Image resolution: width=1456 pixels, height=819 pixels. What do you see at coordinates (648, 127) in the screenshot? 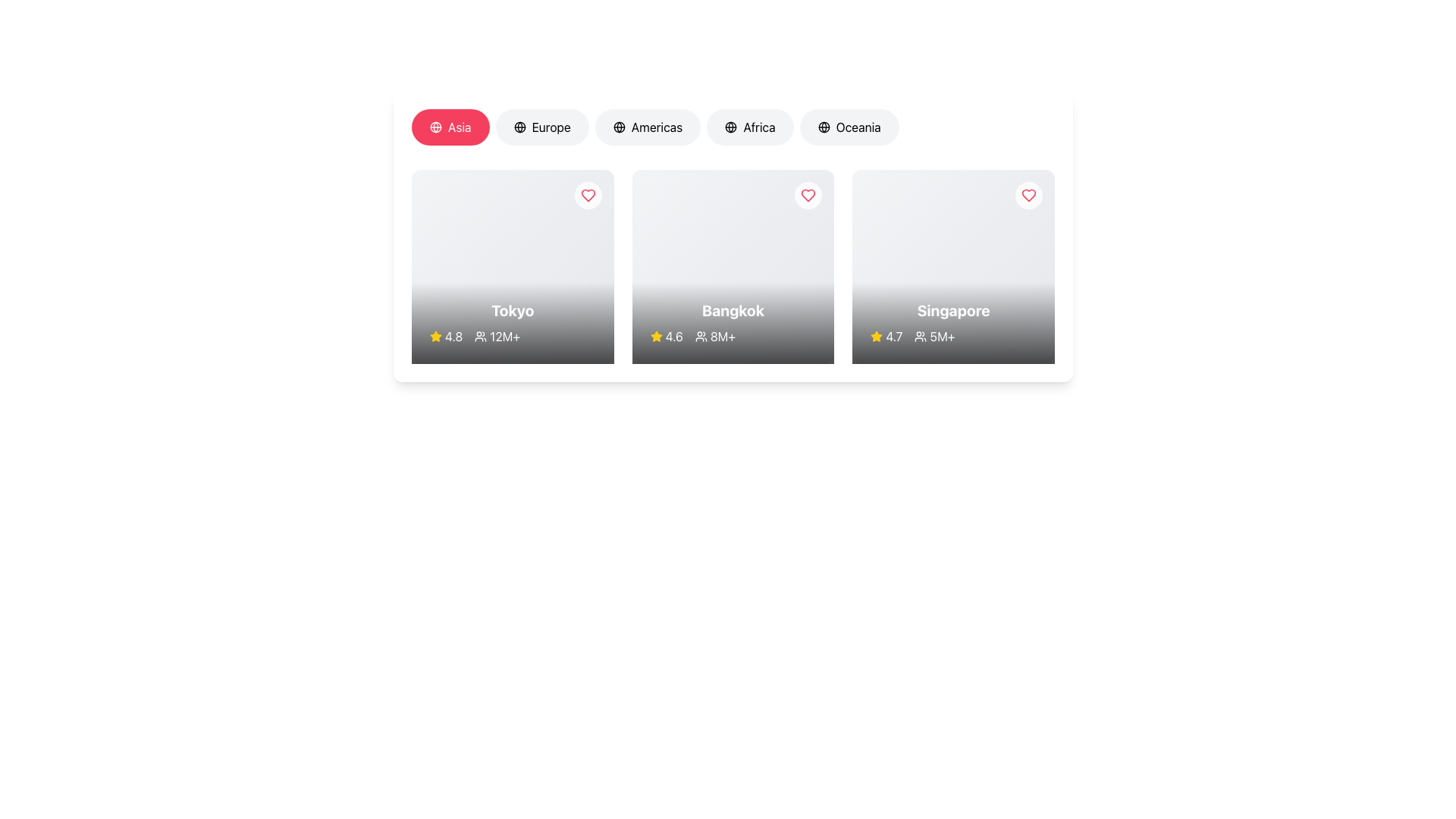
I see `the 'Americas' filter button for keyboard navigation` at bounding box center [648, 127].